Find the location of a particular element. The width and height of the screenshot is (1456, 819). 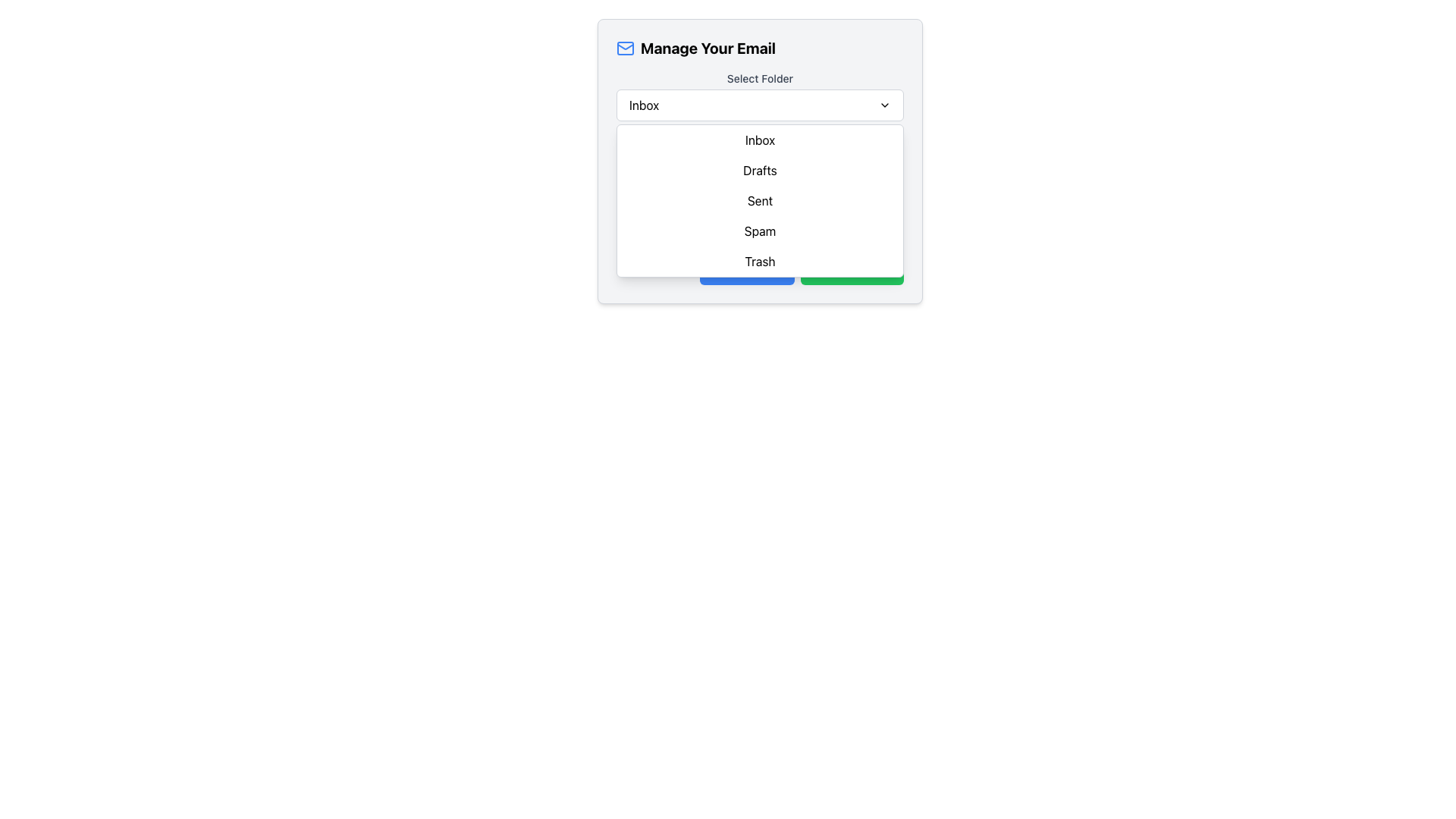

gray text label positioned above the dropdown menu, which is styled with a small-sized font and medium weight is located at coordinates (760, 79).